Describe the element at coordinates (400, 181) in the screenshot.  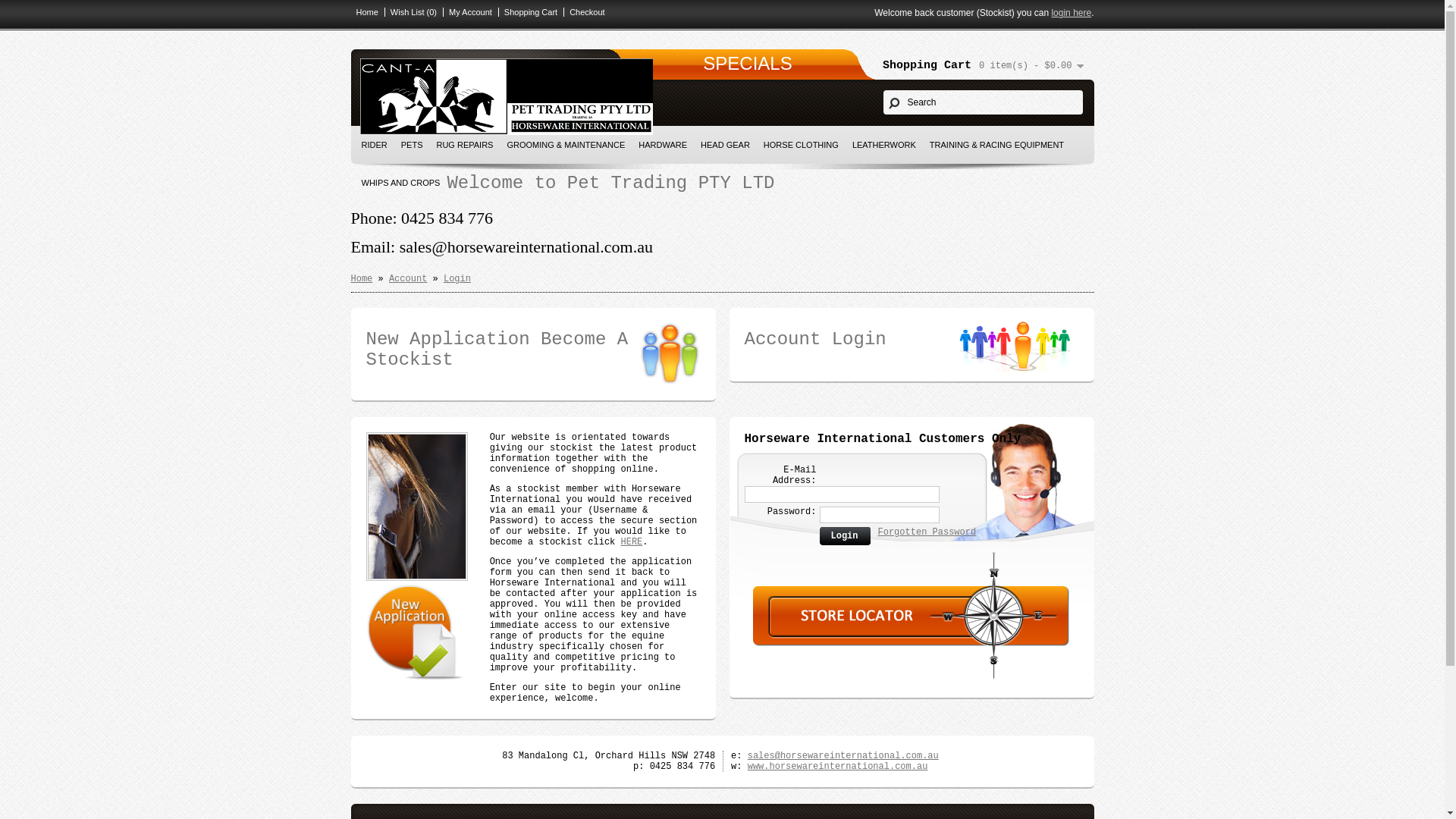
I see `'WHIPS AND CROPS'` at that location.